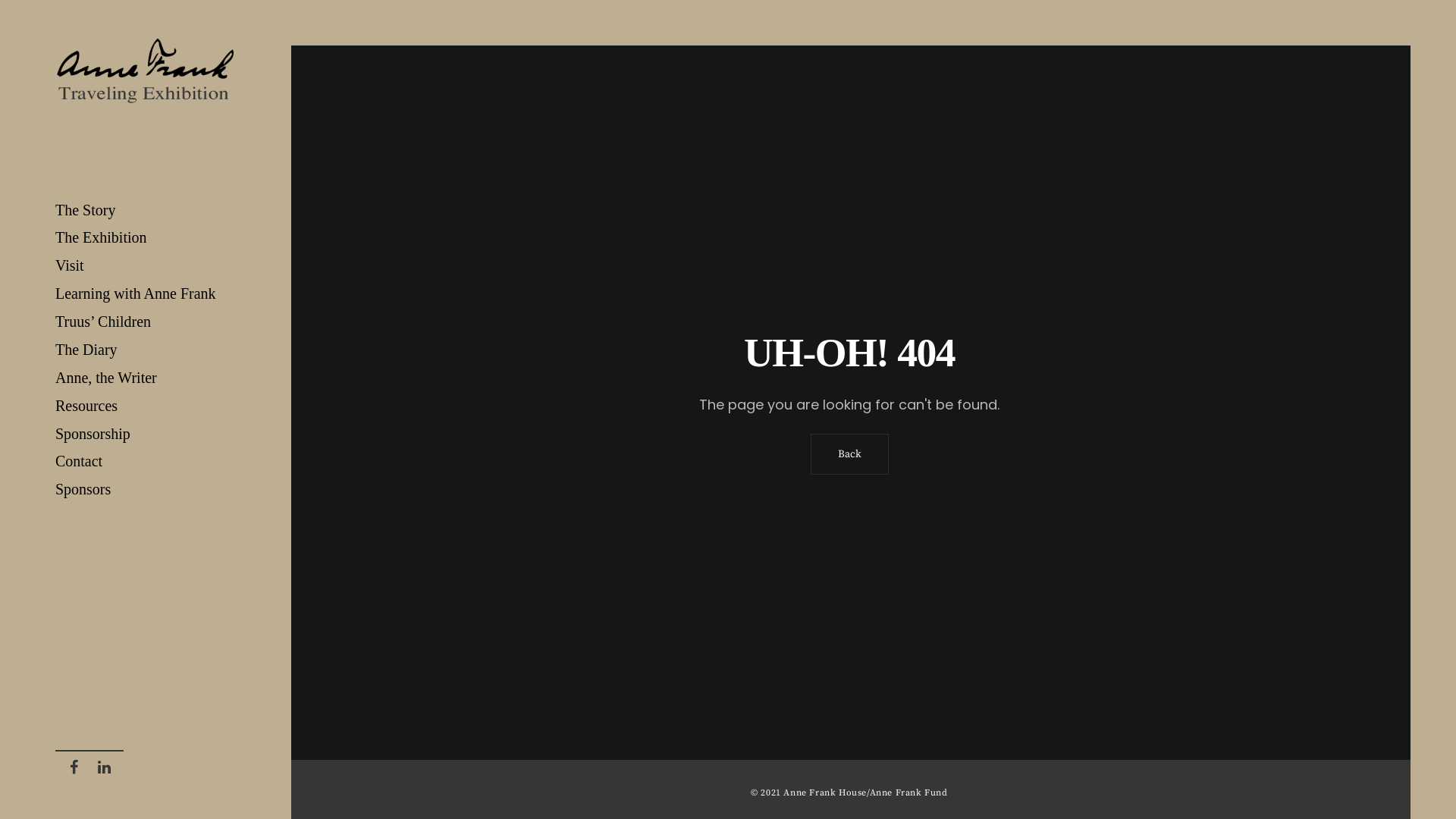 The height and width of the screenshot is (819, 1456). What do you see at coordinates (146, 434) in the screenshot?
I see `'Sponsorship'` at bounding box center [146, 434].